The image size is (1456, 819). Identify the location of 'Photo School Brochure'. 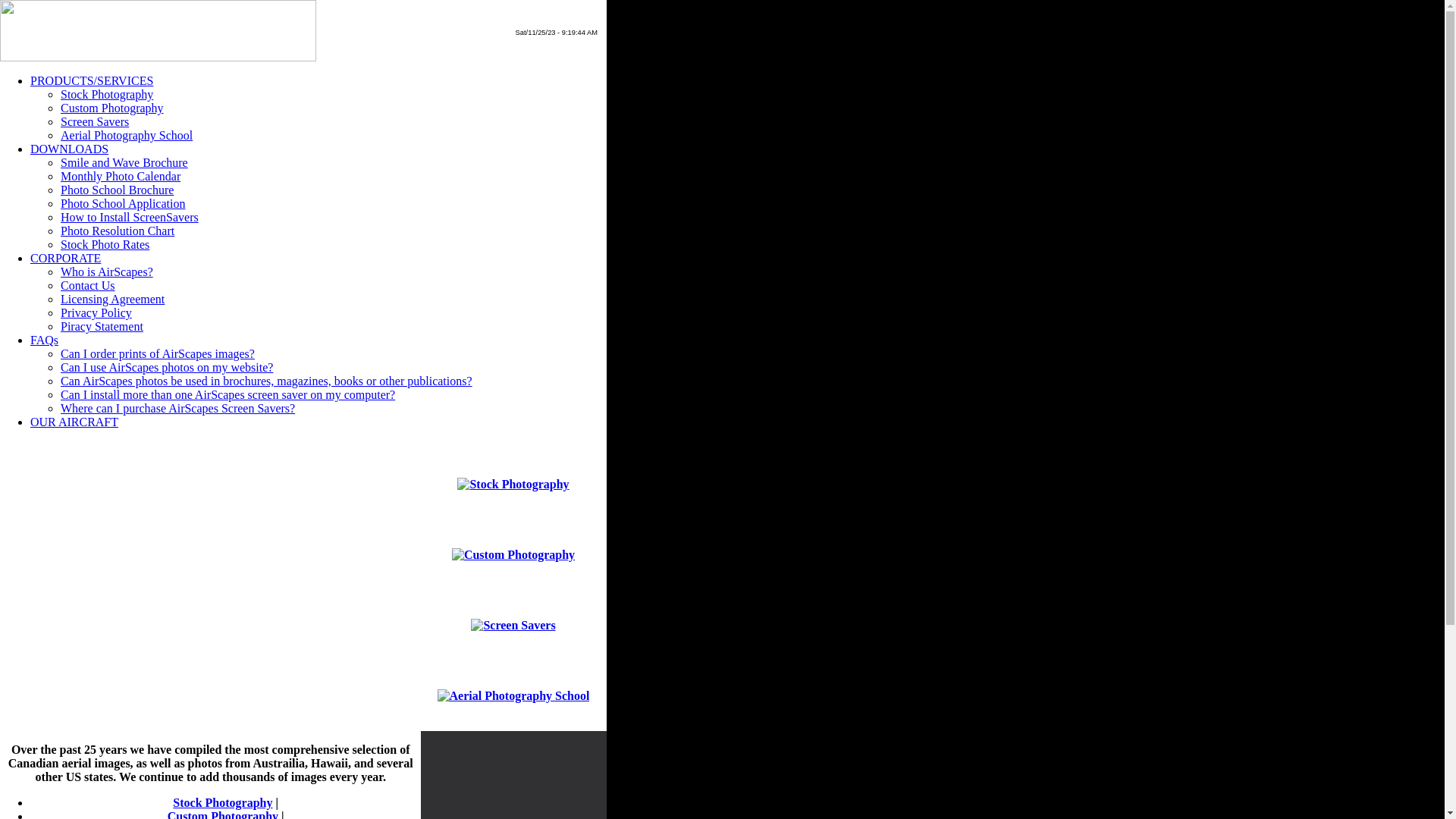
(116, 189).